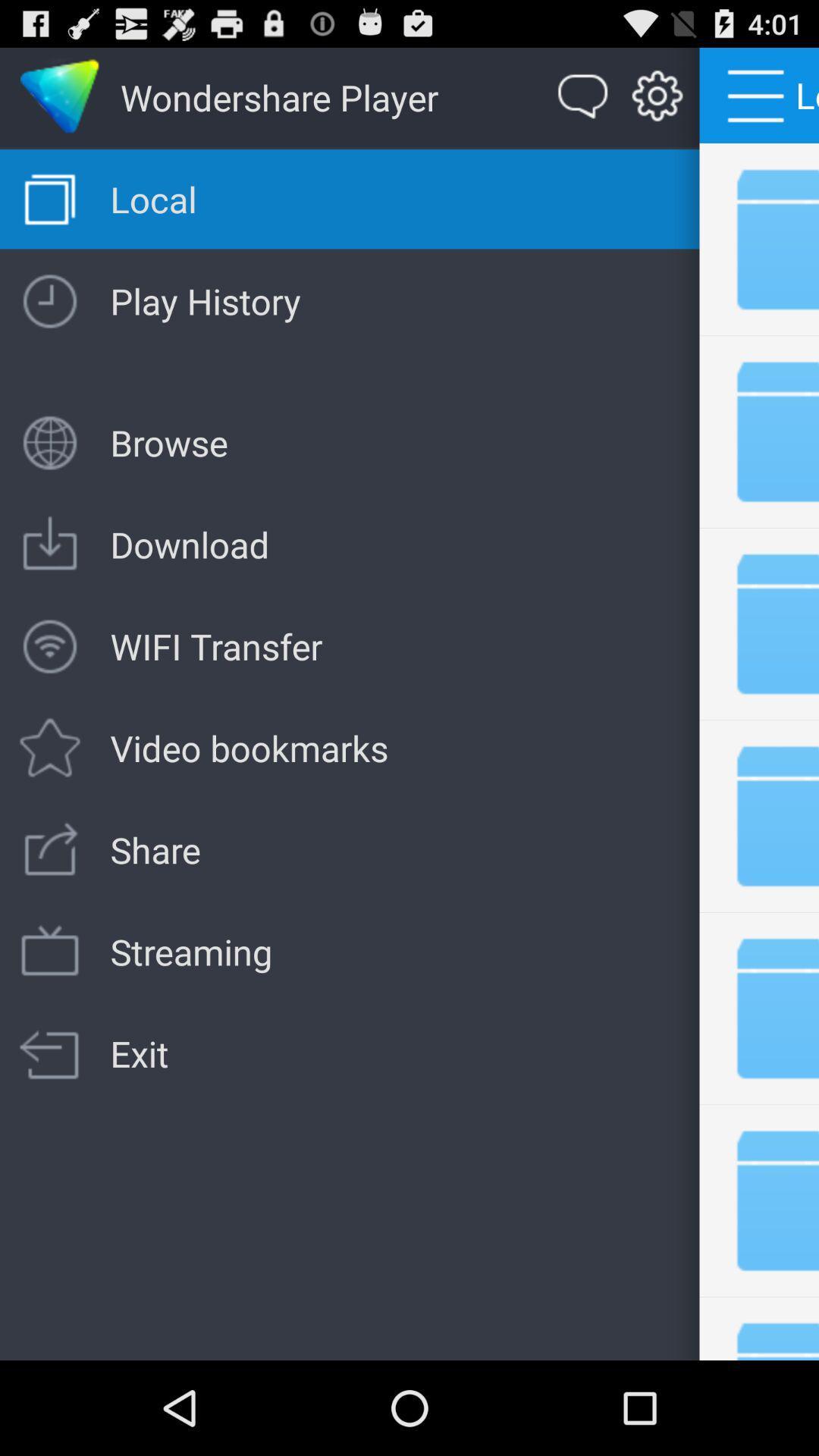 This screenshot has height=1456, width=819. What do you see at coordinates (582, 103) in the screenshot?
I see `the chat icon` at bounding box center [582, 103].